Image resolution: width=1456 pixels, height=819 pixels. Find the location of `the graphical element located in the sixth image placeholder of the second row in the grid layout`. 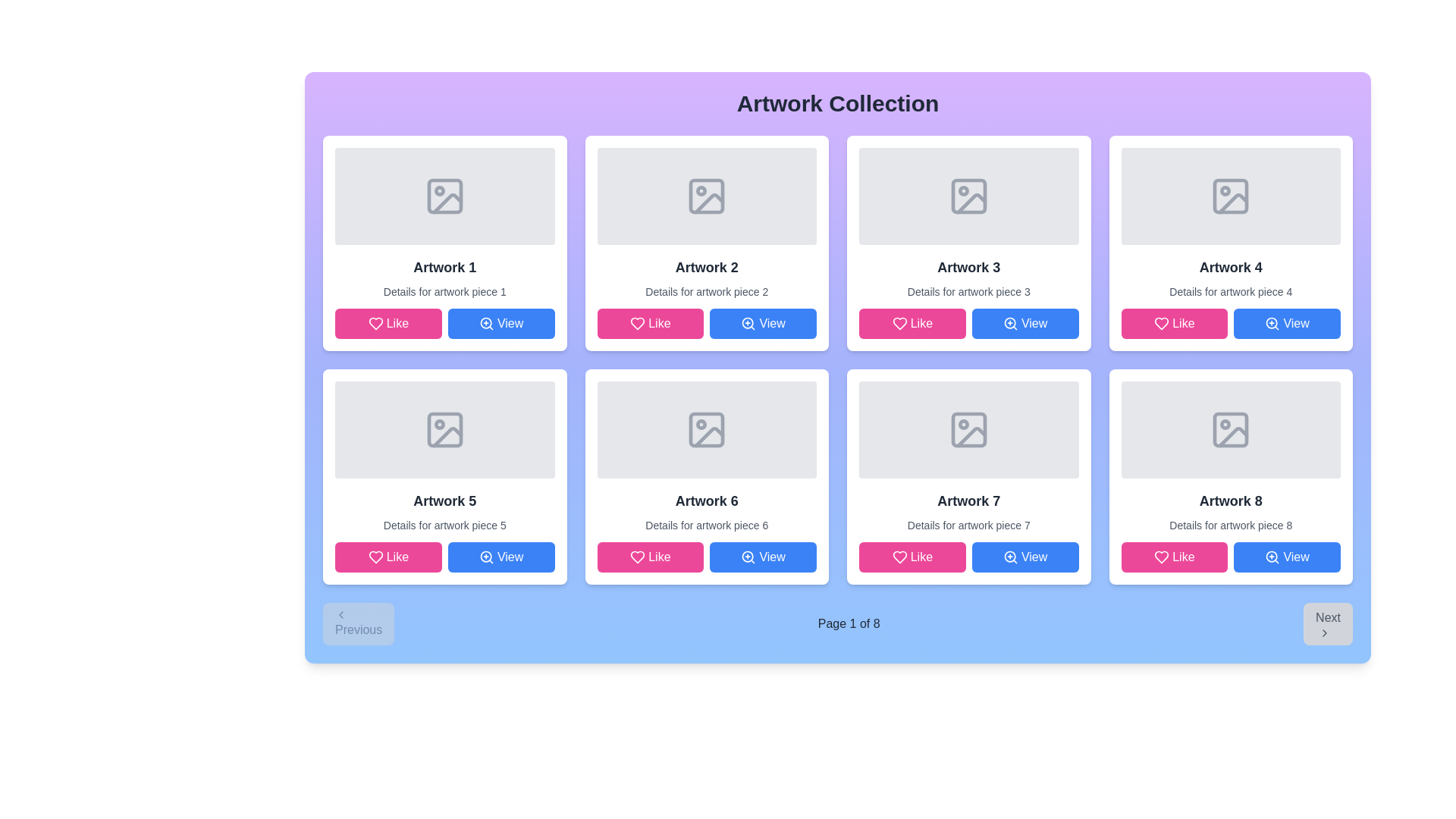

the graphical element located in the sixth image placeholder of the second row in the grid layout is located at coordinates (701, 424).